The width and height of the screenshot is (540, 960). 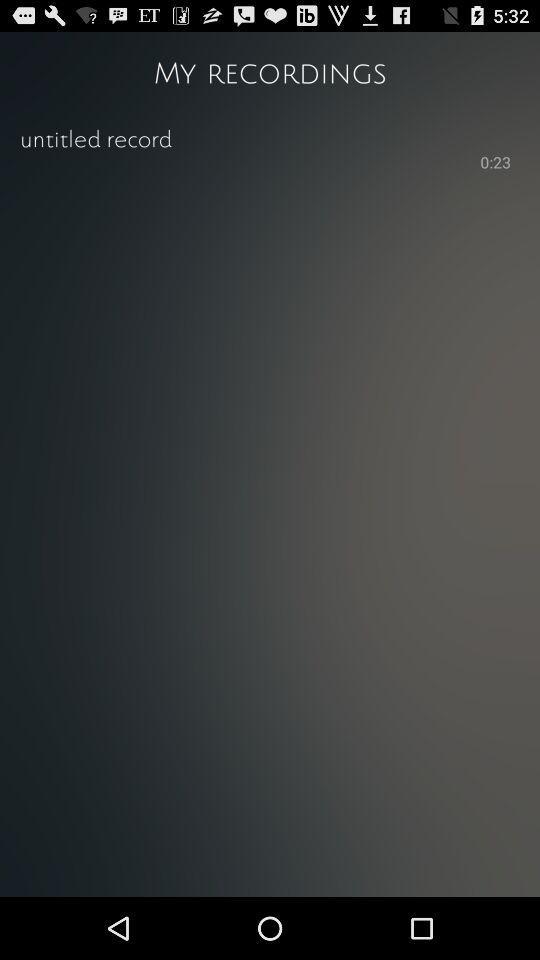 I want to click on the item next to 0:23 item, so click(x=248, y=160).